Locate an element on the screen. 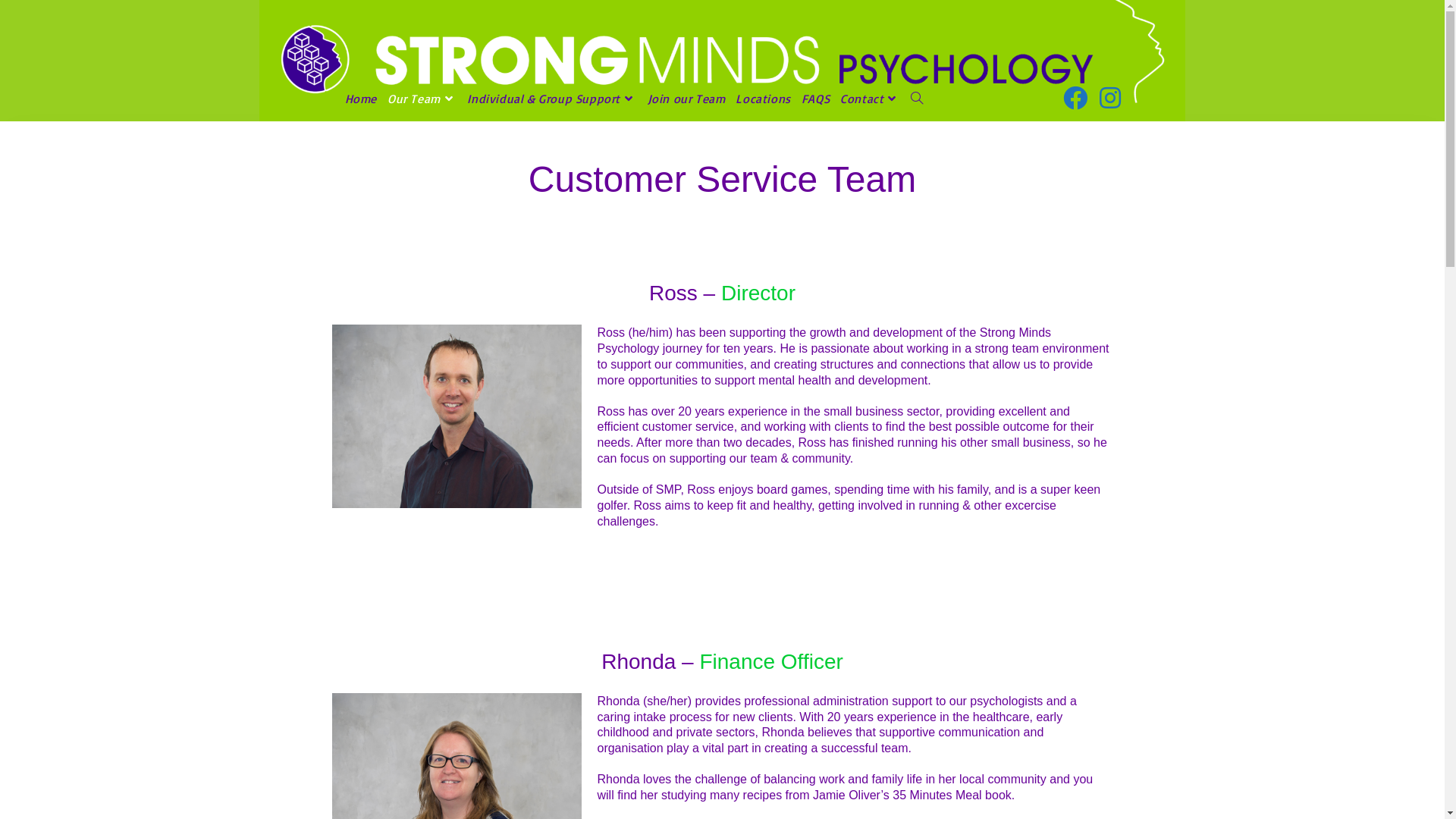  'Our Team' is located at coordinates (422, 99).